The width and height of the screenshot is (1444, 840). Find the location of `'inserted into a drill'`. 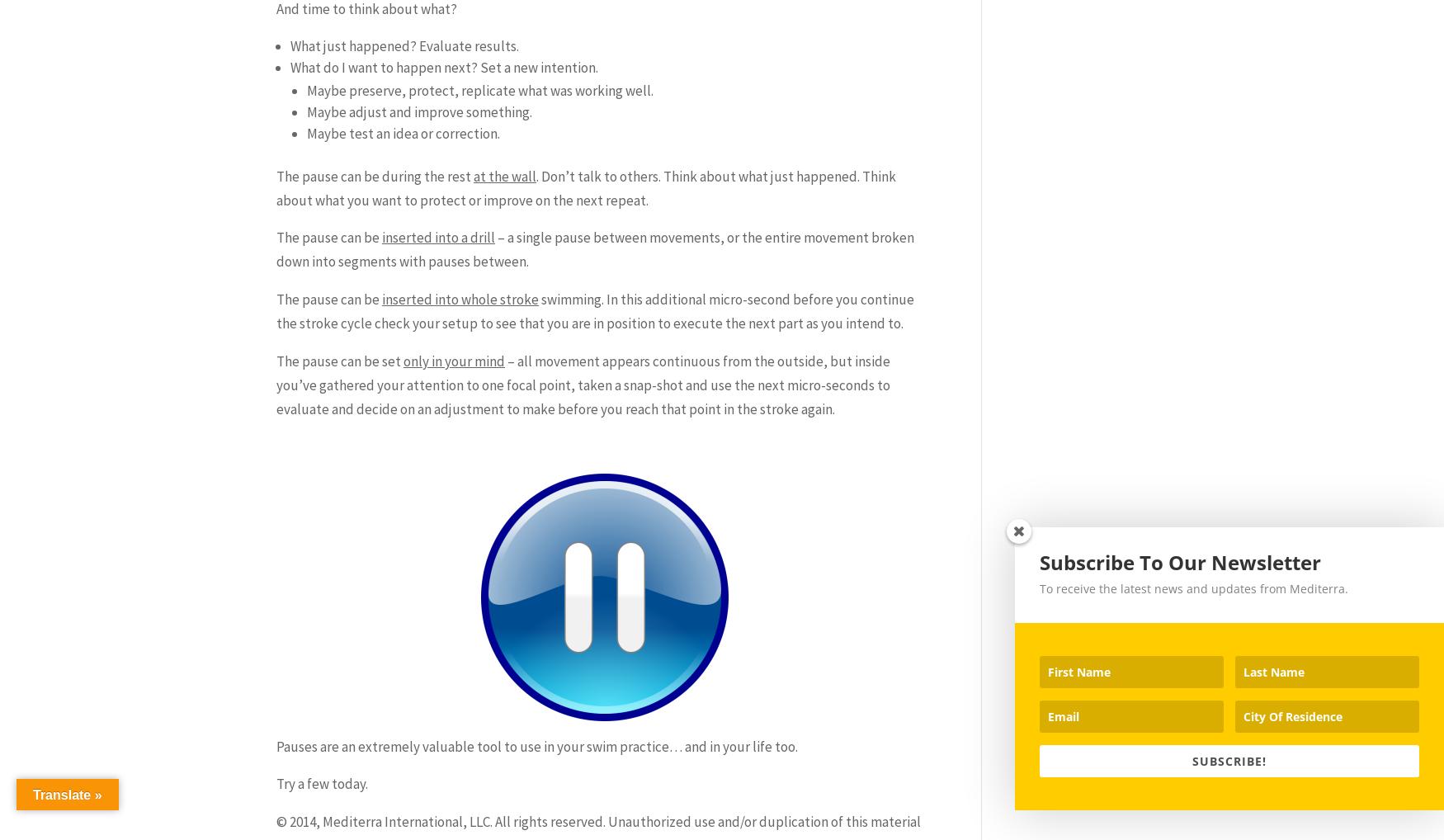

'inserted into a drill' is located at coordinates (437, 237).